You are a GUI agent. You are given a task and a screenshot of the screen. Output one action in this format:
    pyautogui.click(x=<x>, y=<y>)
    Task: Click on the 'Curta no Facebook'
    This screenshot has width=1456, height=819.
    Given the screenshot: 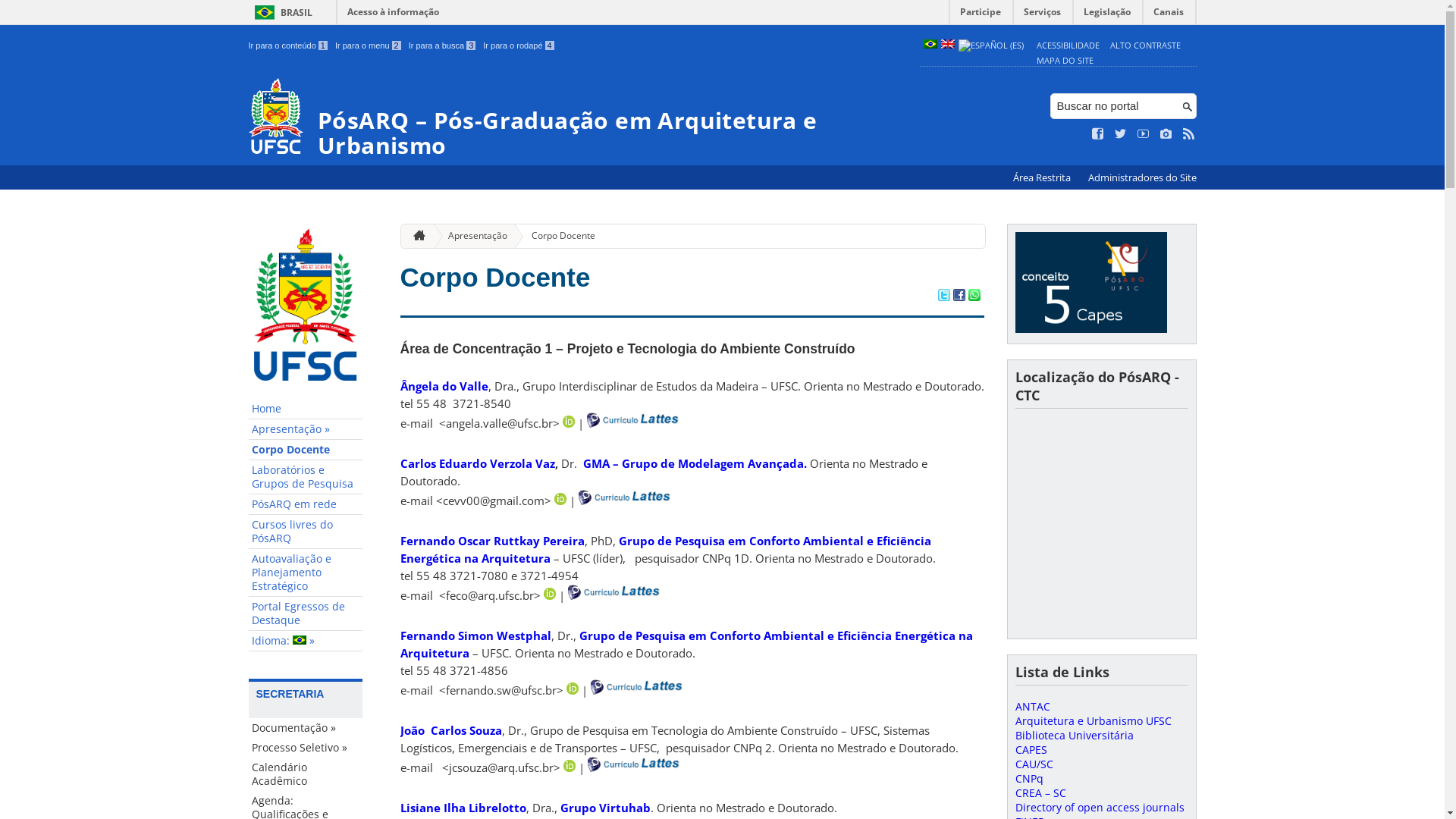 What is the action you would take?
    pyautogui.click(x=1098, y=133)
    